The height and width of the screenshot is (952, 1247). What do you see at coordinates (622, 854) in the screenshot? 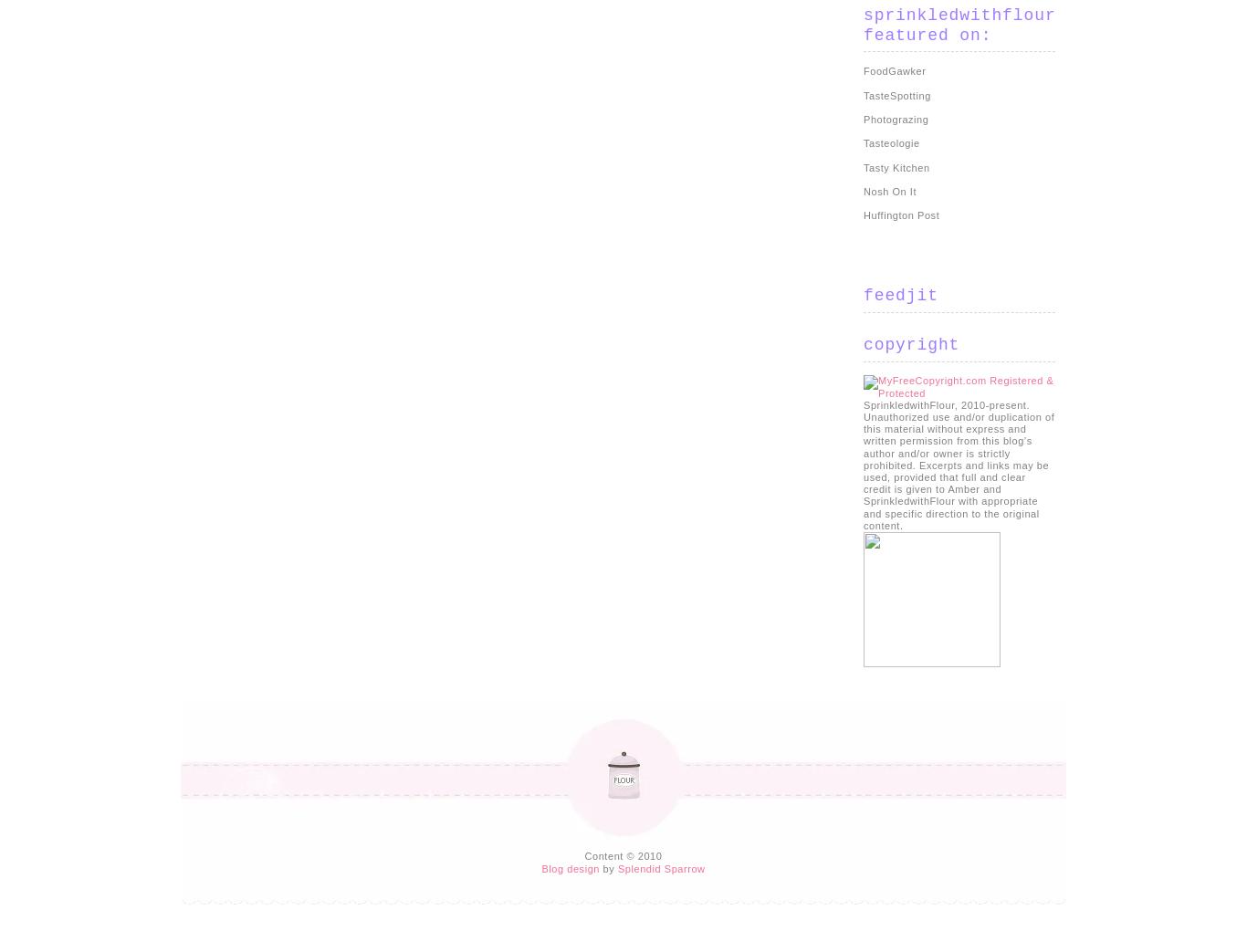
I see `'Content © 2010'` at bounding box center [622, 854].